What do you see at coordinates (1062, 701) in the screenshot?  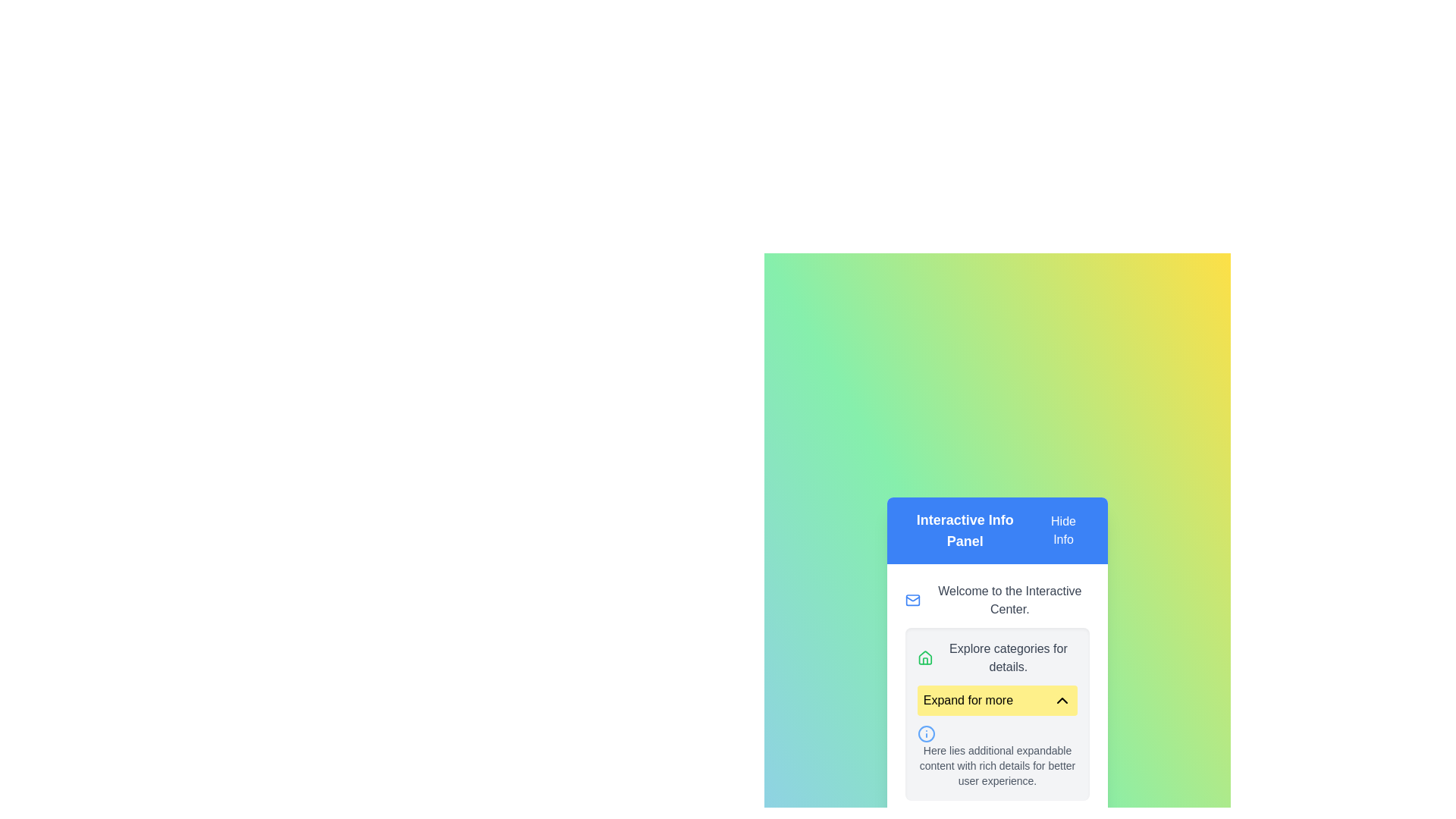 I see `the icon located at the right end of the yellow-highlighted bar labeled 'Expand for more', which serves as a visual cue for collapsing the associated section content` at bounding box center [1062, 701].